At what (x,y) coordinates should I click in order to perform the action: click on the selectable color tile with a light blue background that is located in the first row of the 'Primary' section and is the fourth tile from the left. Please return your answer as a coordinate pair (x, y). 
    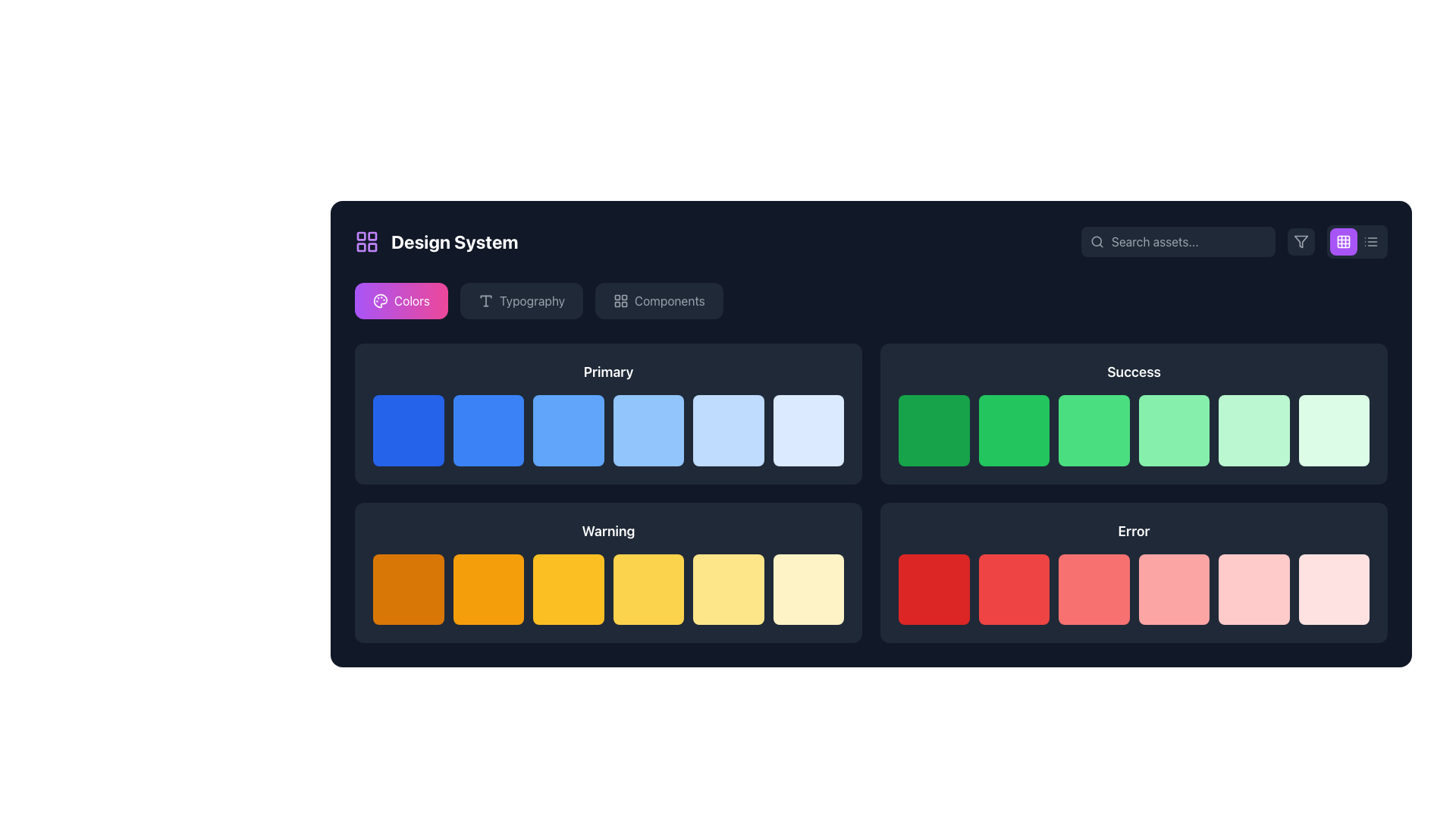
    Looking at the image, I should click on (648, 430).